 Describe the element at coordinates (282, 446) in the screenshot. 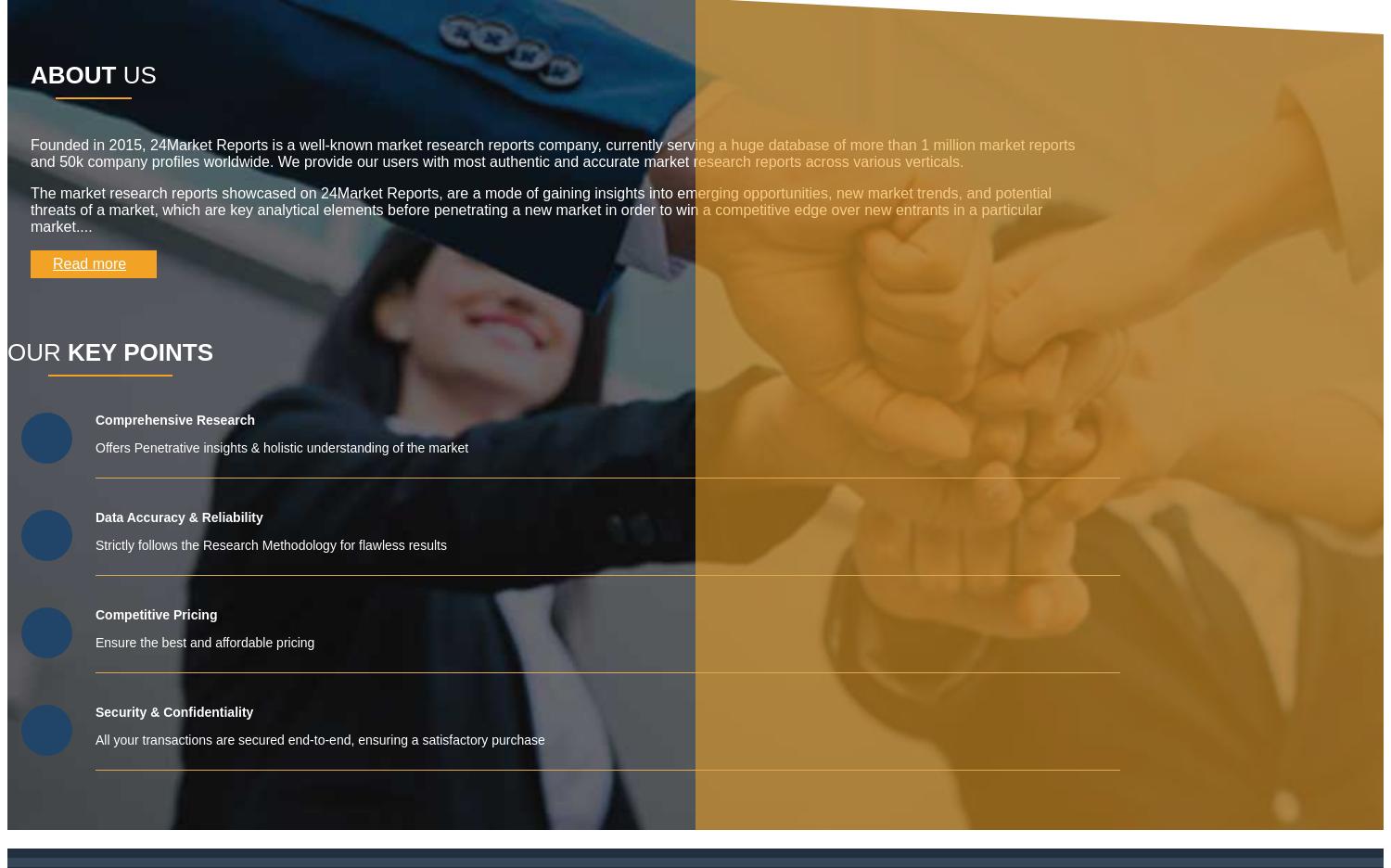

I see `'Offers Penetrative insights & holistic understanding of the market'` at that location.